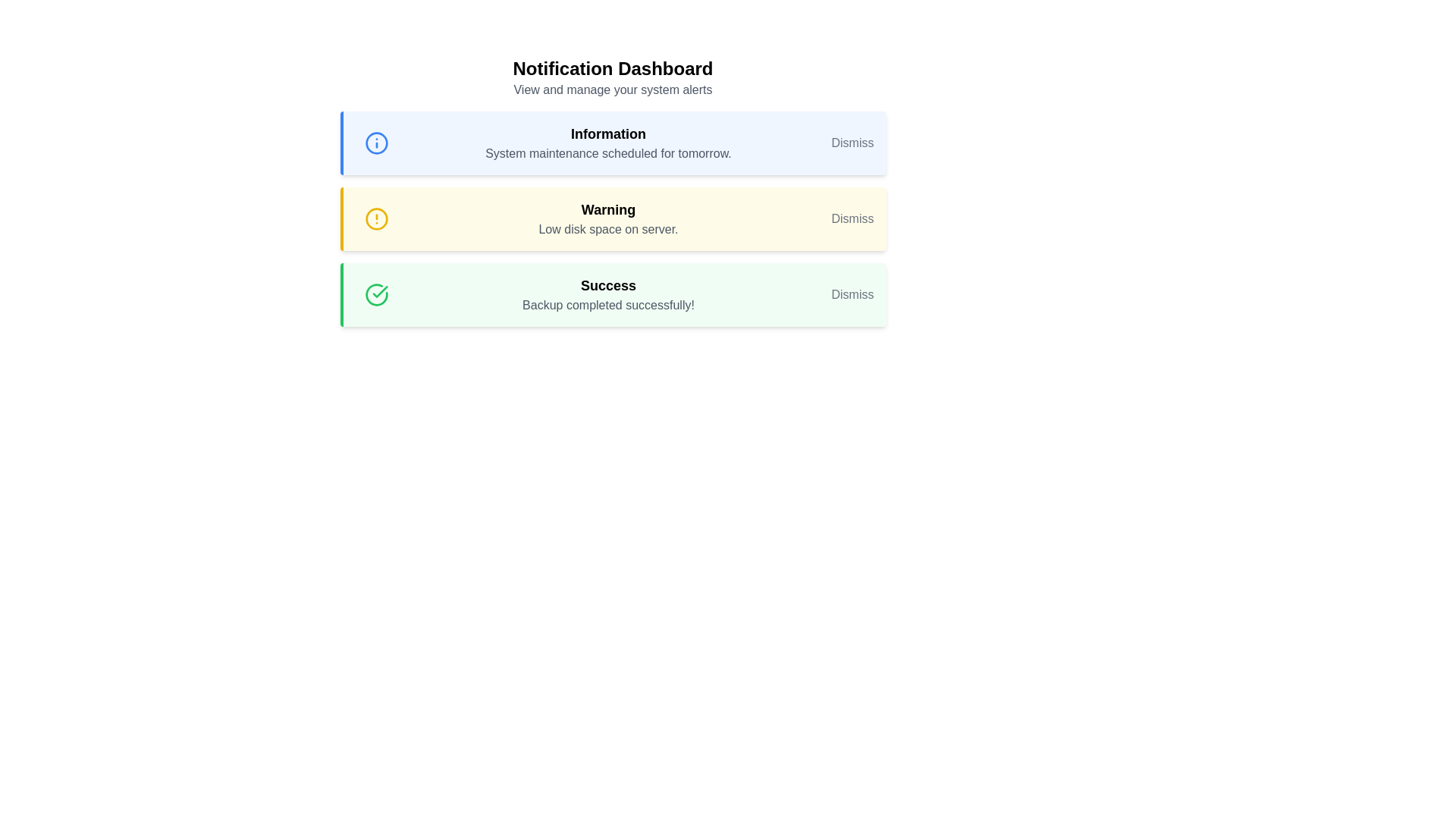  I want to click on text label that displays 'System maintenance scheduled for tomorrow.' located in the blue-highlighted notification block titled 'Information', so click(608, 154).